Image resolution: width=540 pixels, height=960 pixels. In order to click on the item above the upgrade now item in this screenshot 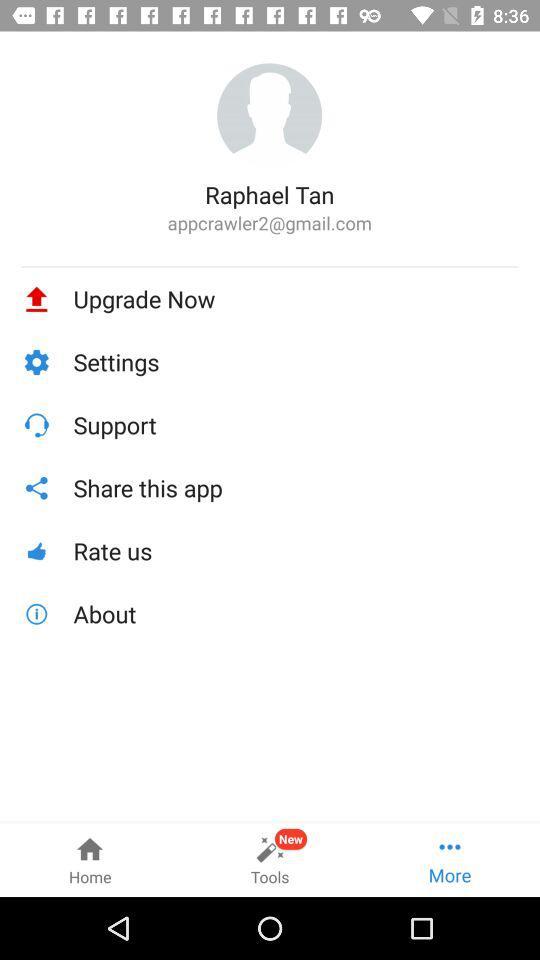, I will do `click(270, 265)`.